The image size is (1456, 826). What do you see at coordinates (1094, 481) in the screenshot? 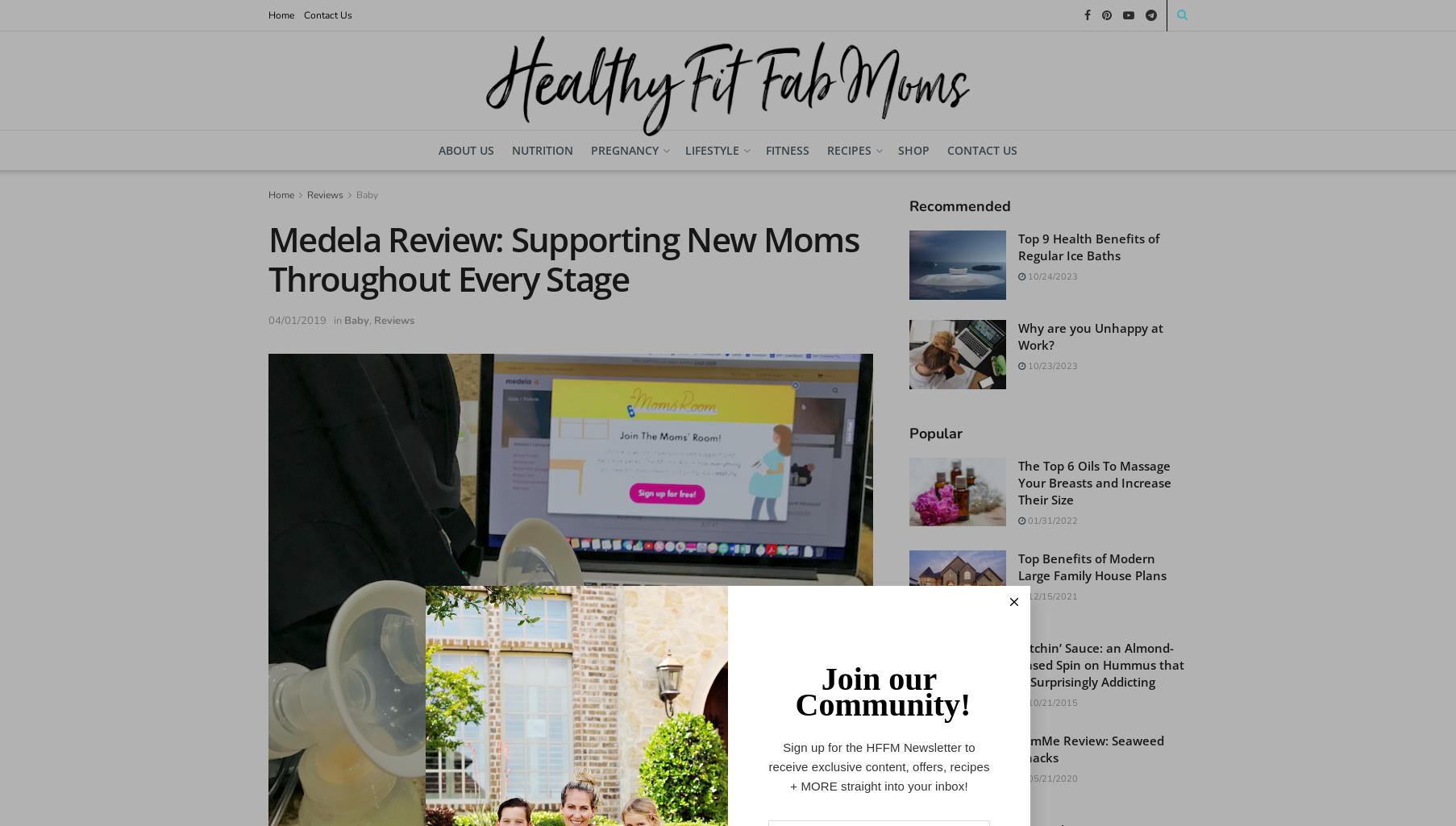
I see `'The Top 6 Oils To Massage Your Breasts and Increase Their Size'` at bounding box center [1094, 481].